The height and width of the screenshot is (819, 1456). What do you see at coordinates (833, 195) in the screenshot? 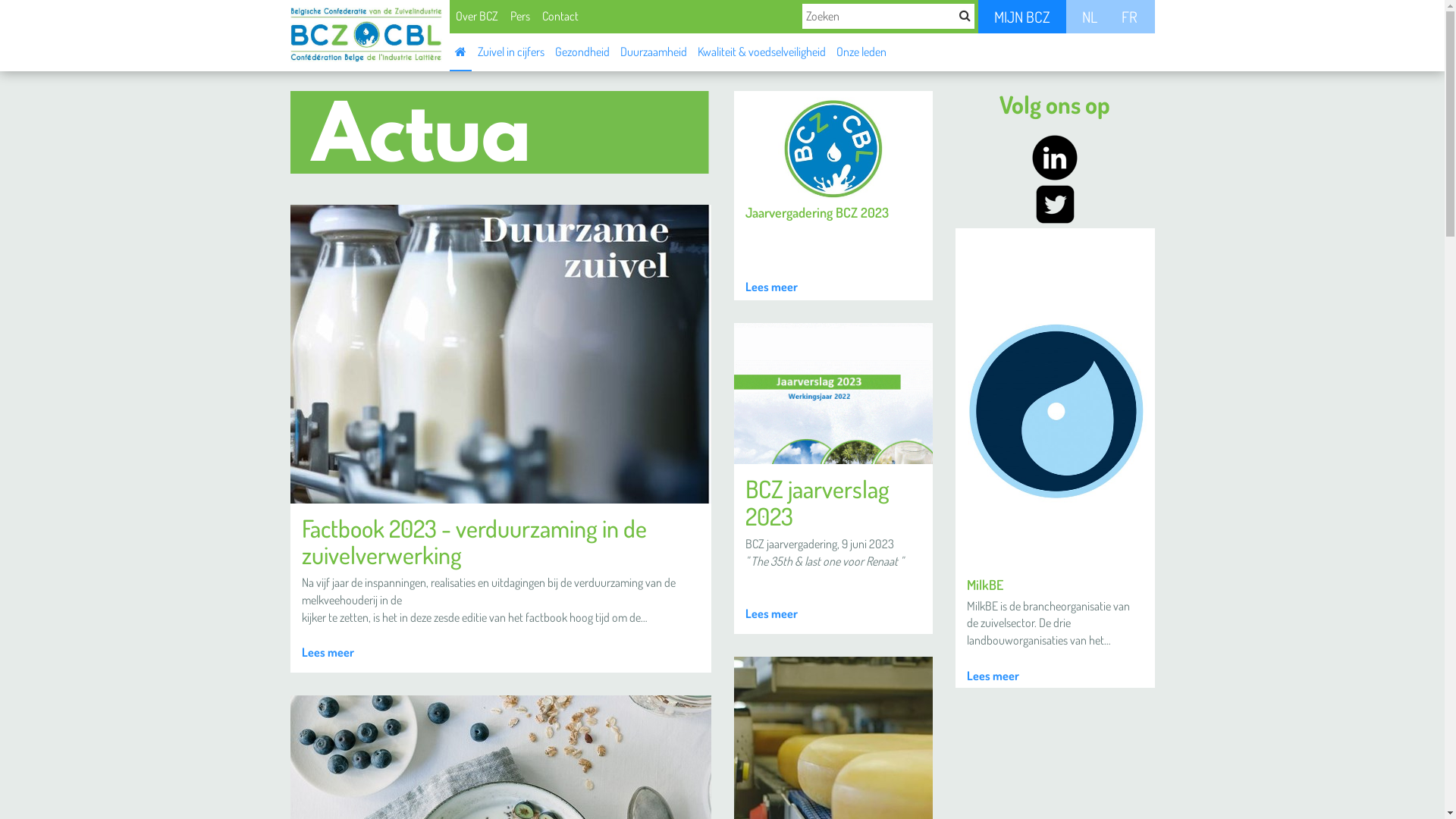
I see `'Jaarvergadering BCZ 2023` at bounding box center [833, 195].